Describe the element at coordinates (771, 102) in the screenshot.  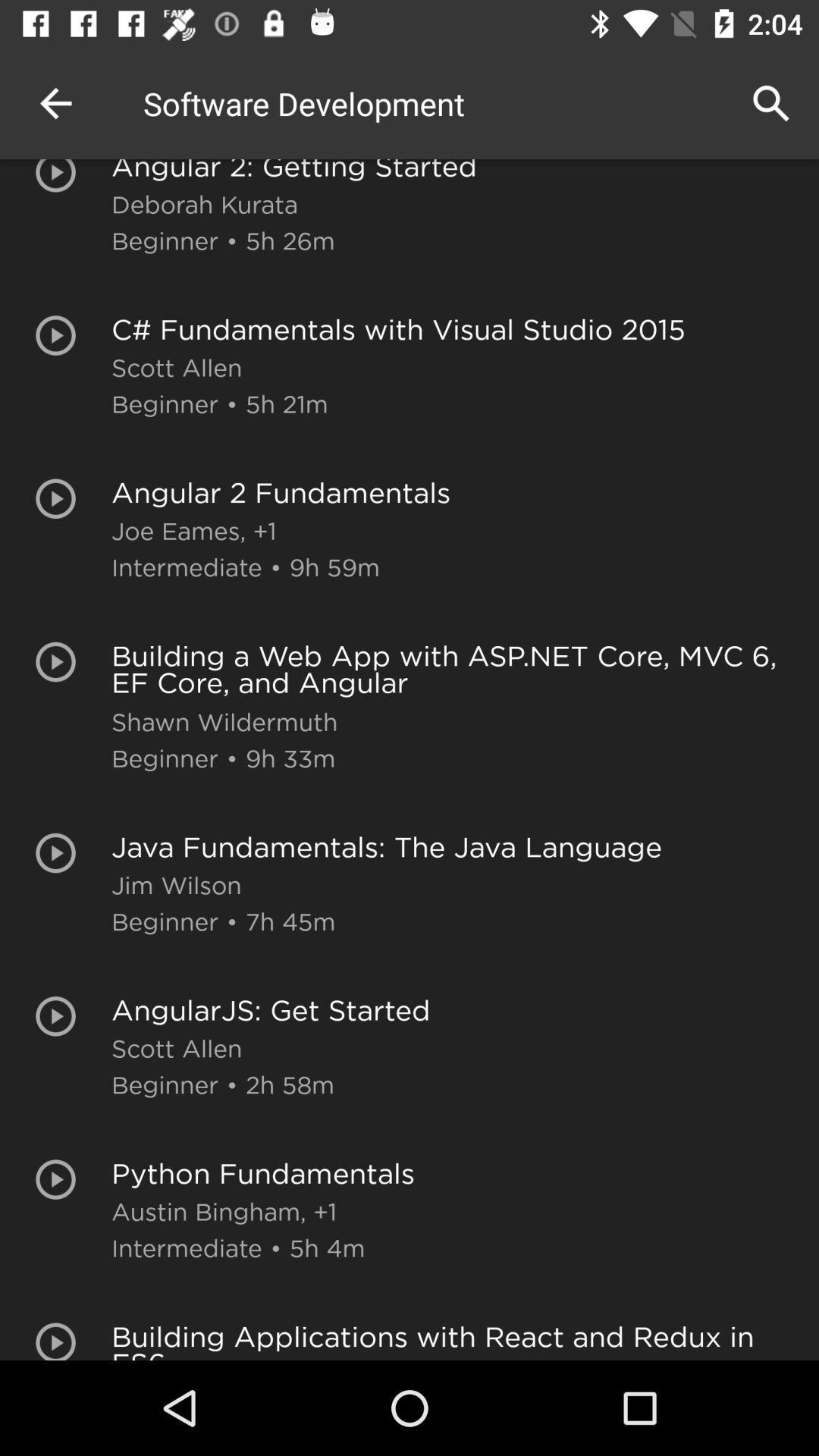
I see `the icon above angular 2 getting icon` at that location.